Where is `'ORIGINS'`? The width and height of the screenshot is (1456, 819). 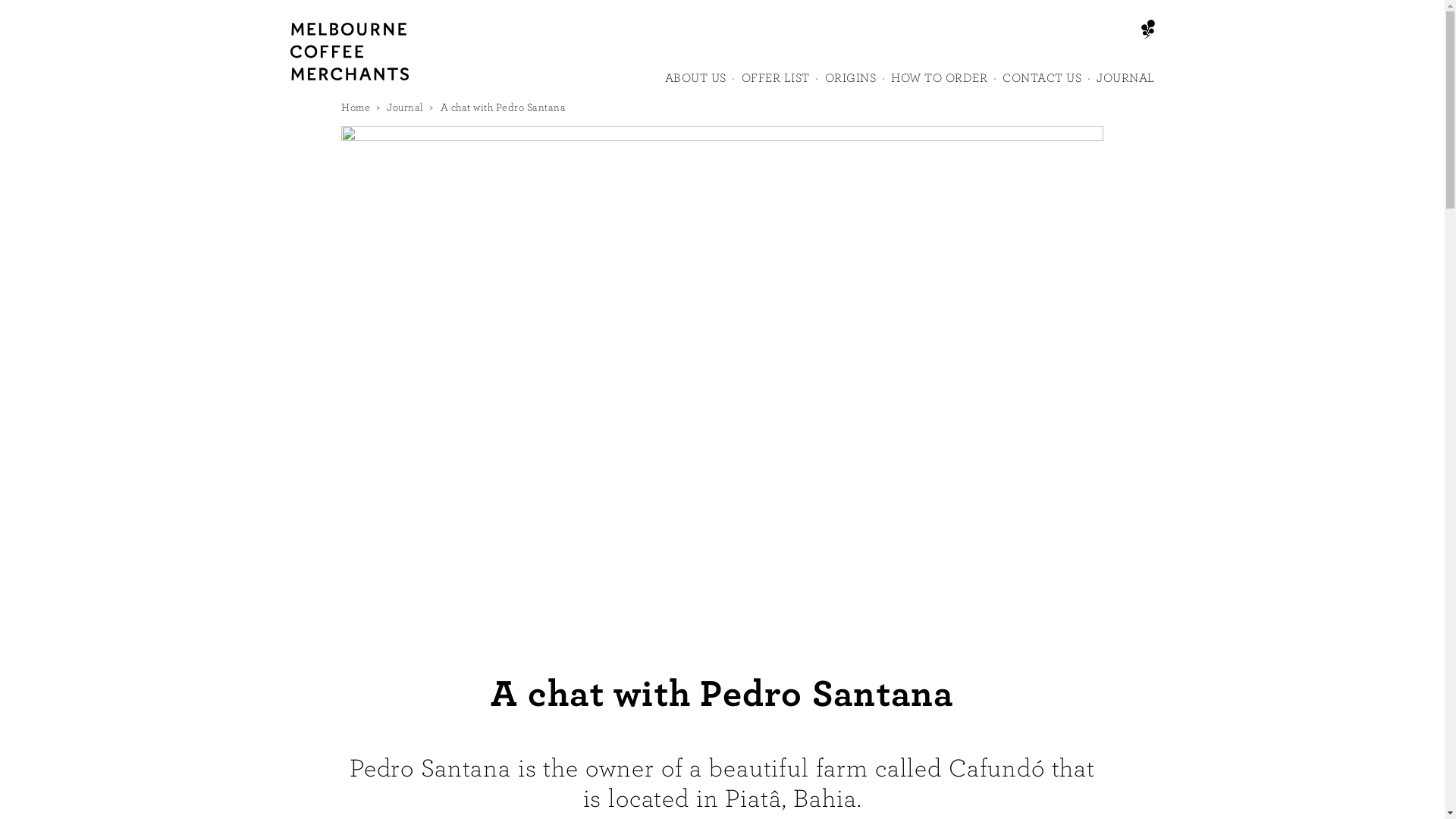 'ORIGINS' is located at coordinates (851, 84).